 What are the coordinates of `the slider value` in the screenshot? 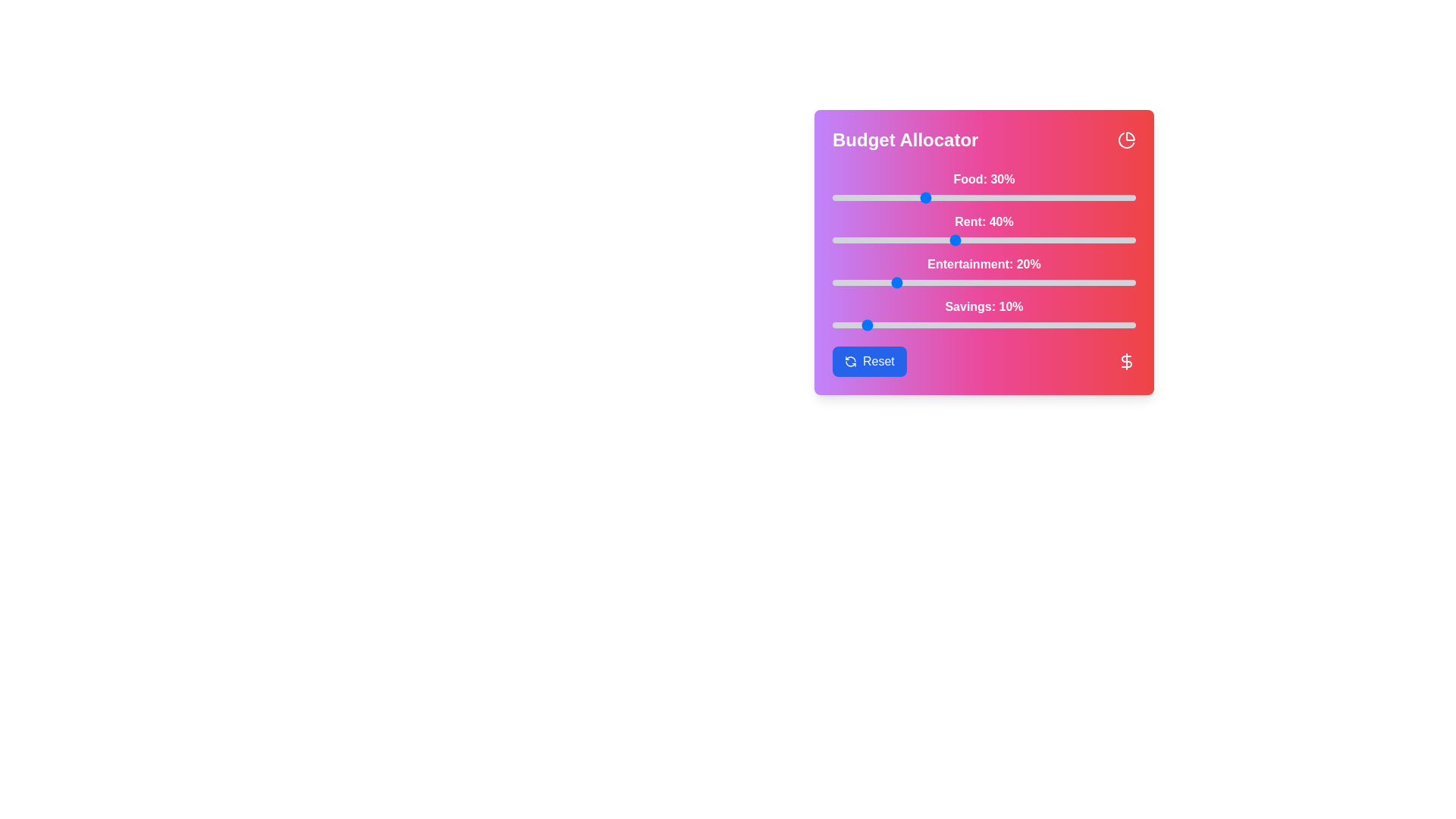 It's located at (971, 283).